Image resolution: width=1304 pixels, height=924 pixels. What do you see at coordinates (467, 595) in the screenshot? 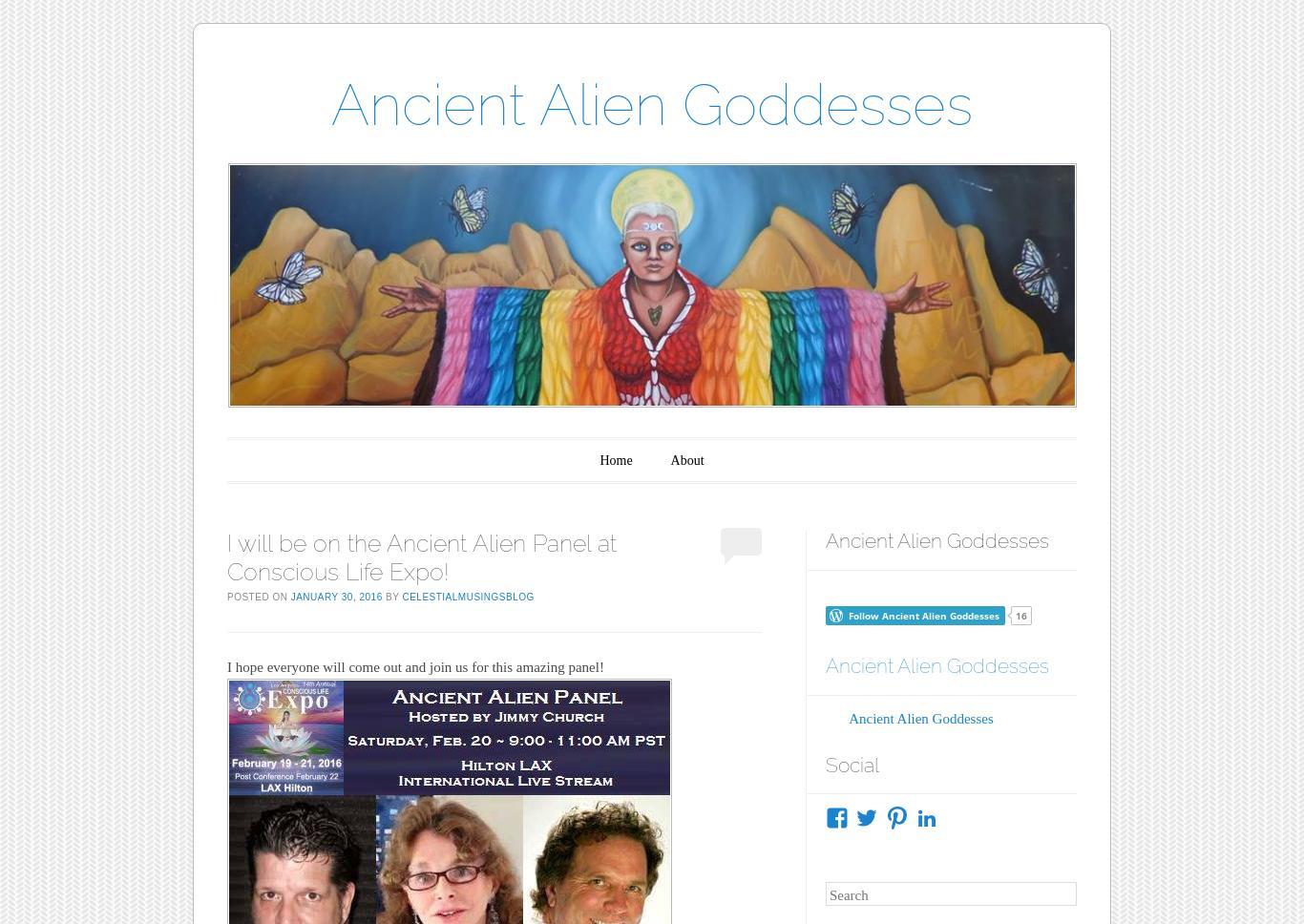
I see `'celestialmusingsblog'` at bounding box center [467, 595].